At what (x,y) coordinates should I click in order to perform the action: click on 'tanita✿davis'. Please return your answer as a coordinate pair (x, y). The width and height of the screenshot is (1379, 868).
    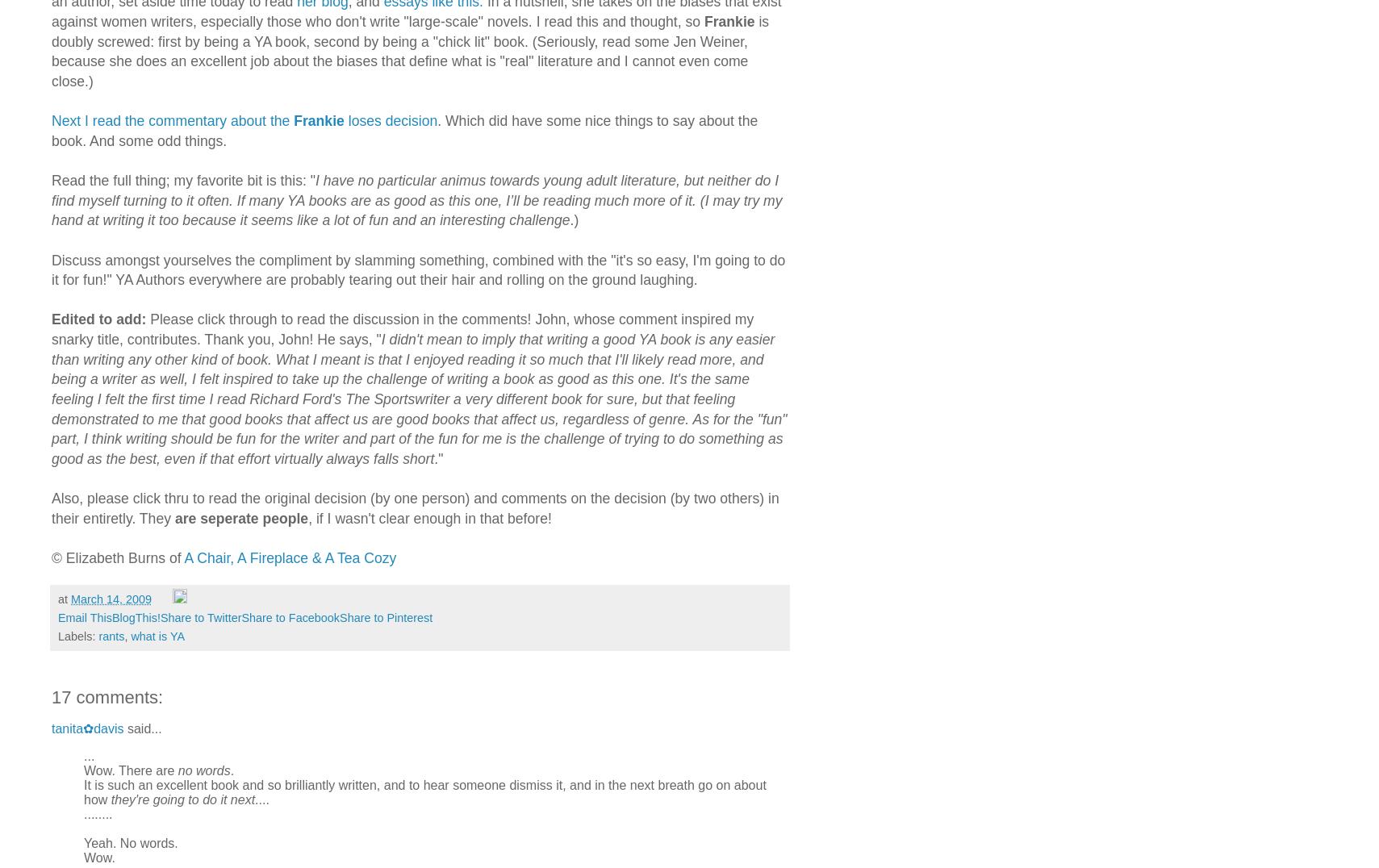
    Looking at the image, I should click on (86, 727).